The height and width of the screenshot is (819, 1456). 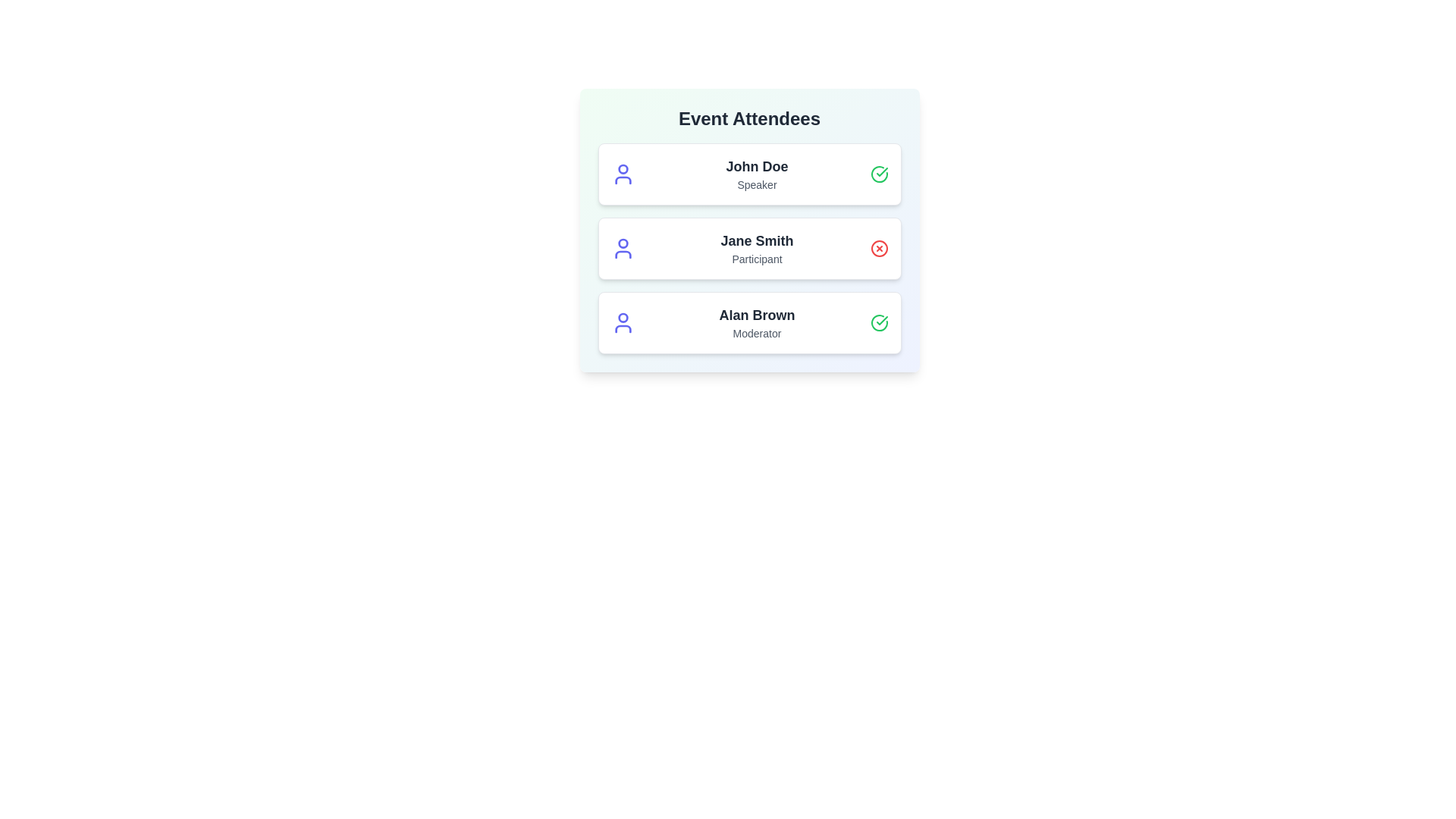 I want to click on the attendee card for Jane Smith, so click(x=749, y=247).